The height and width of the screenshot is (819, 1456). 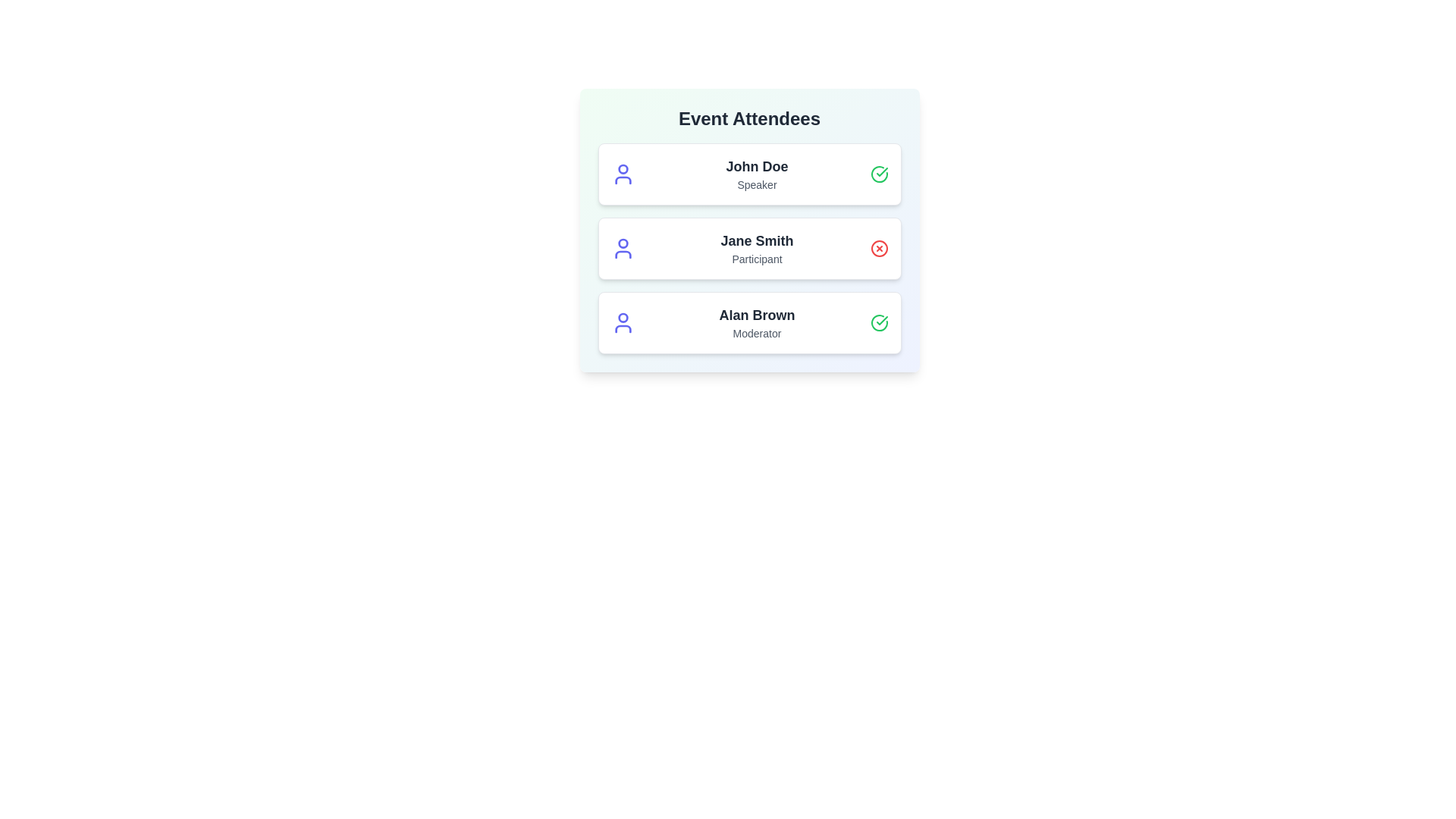 I want to click on the attendee card for Jane Smith, so click(x=749, y=247).